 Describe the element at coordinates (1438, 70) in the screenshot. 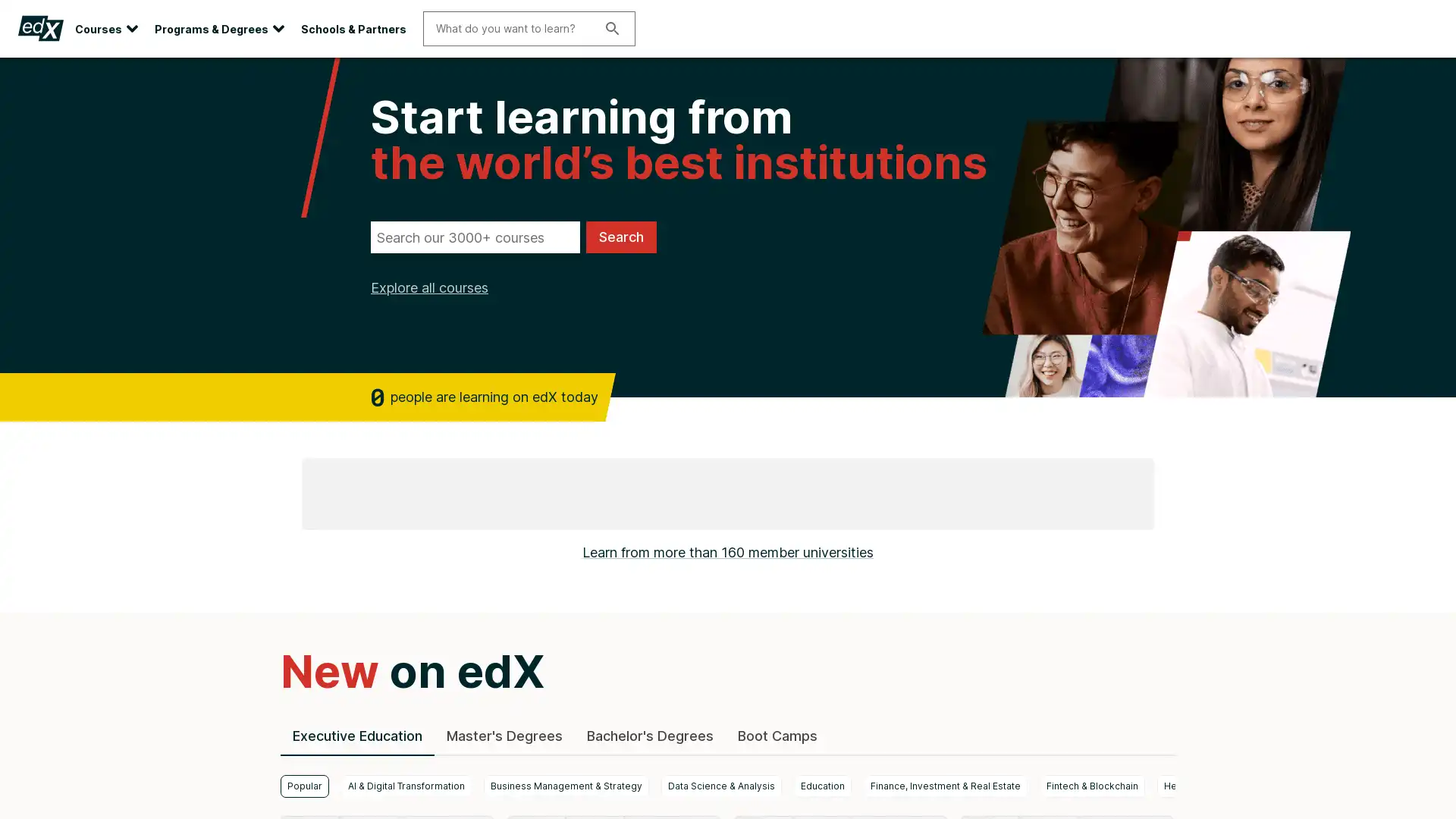

I see `Close site banner.` at that location.